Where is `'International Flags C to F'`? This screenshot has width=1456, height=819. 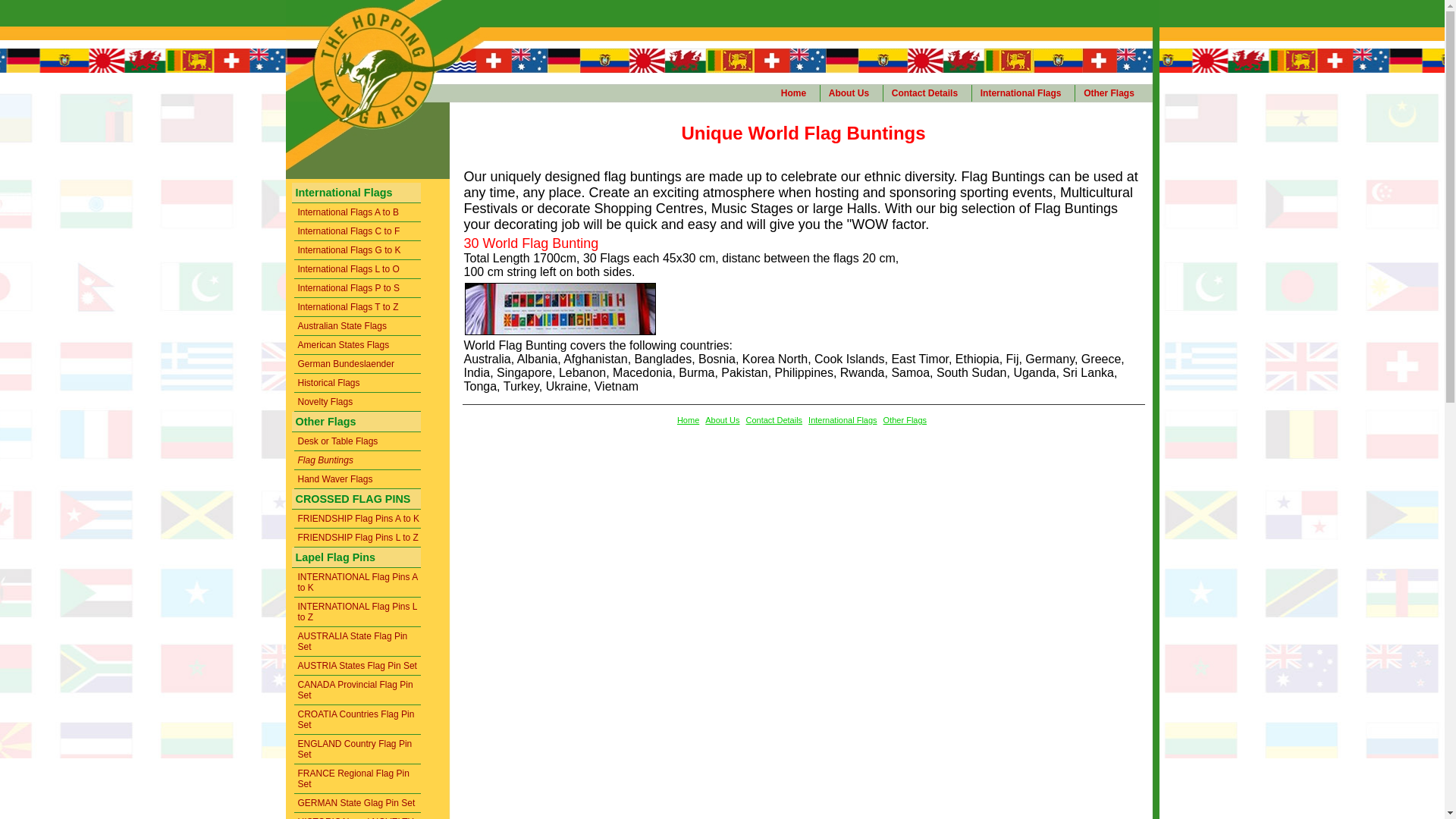 'International Flags C to F' is located at coordinates (294, 231).